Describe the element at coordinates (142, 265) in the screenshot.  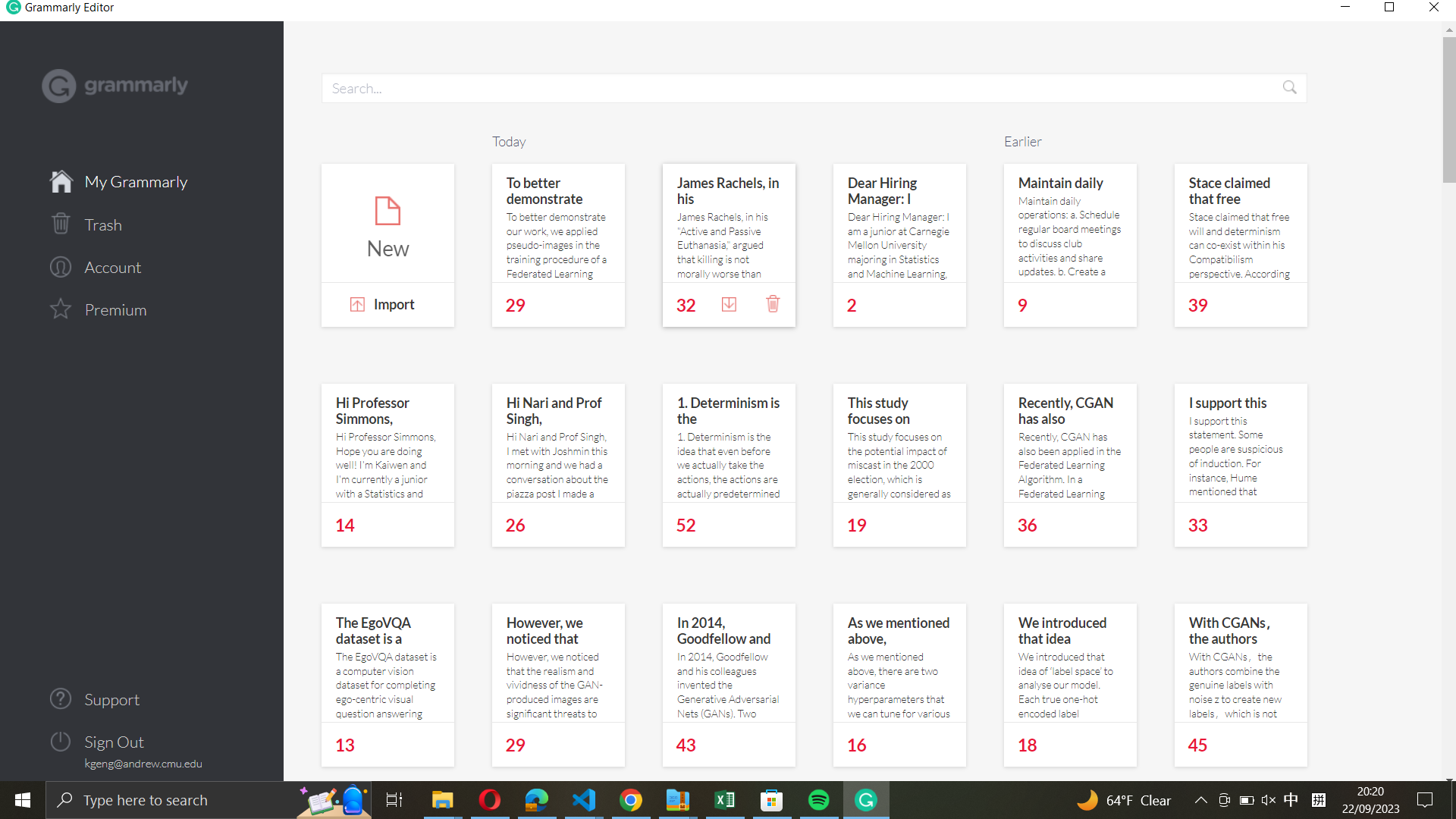
I see `Inspect the account details` at that location.